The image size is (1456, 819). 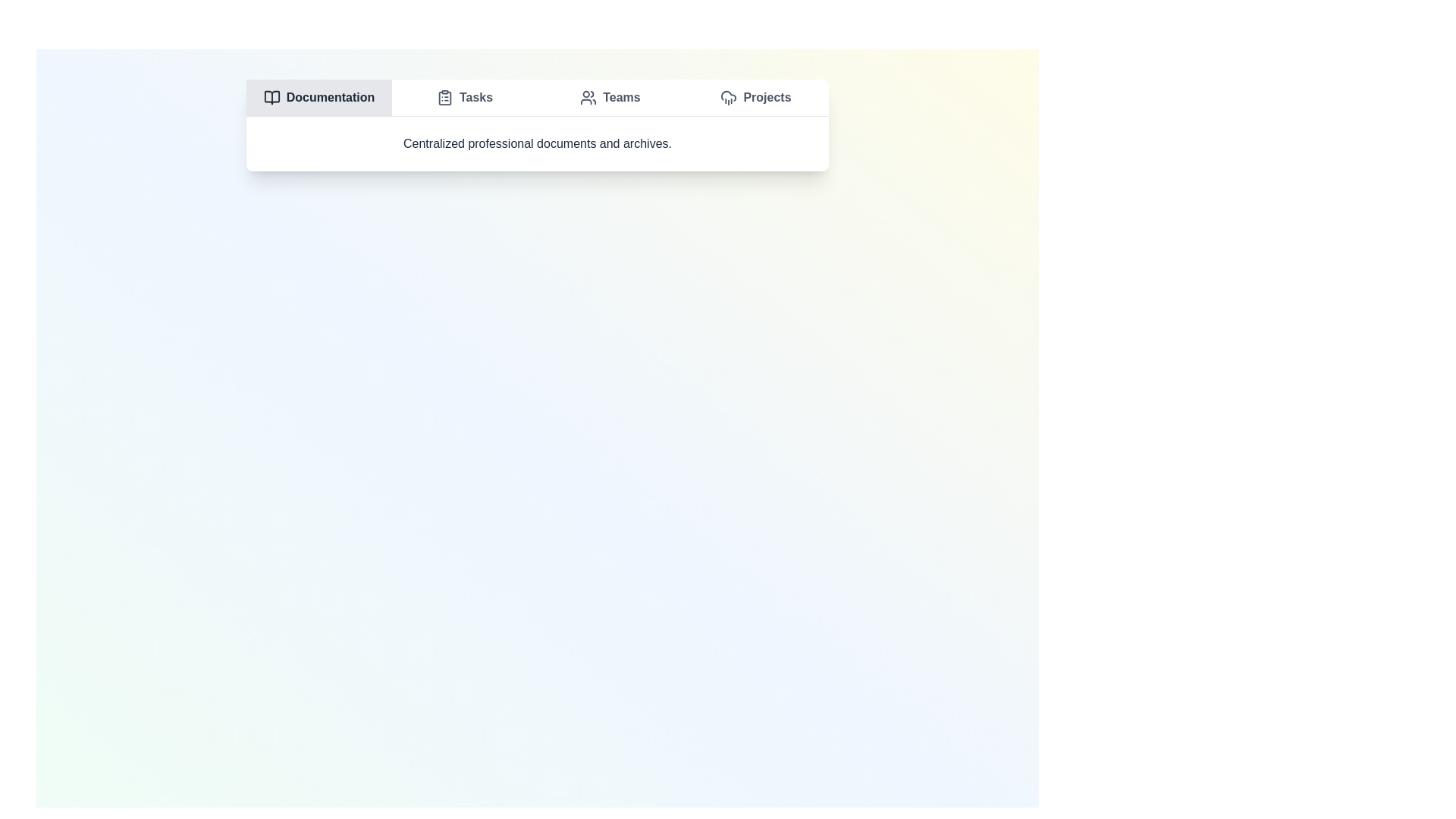 What do you see at coordinates (464, 97) in the screenshot?
I see `the tab labeled Tasks to view its hover effects` at bounding box center [464, 97].